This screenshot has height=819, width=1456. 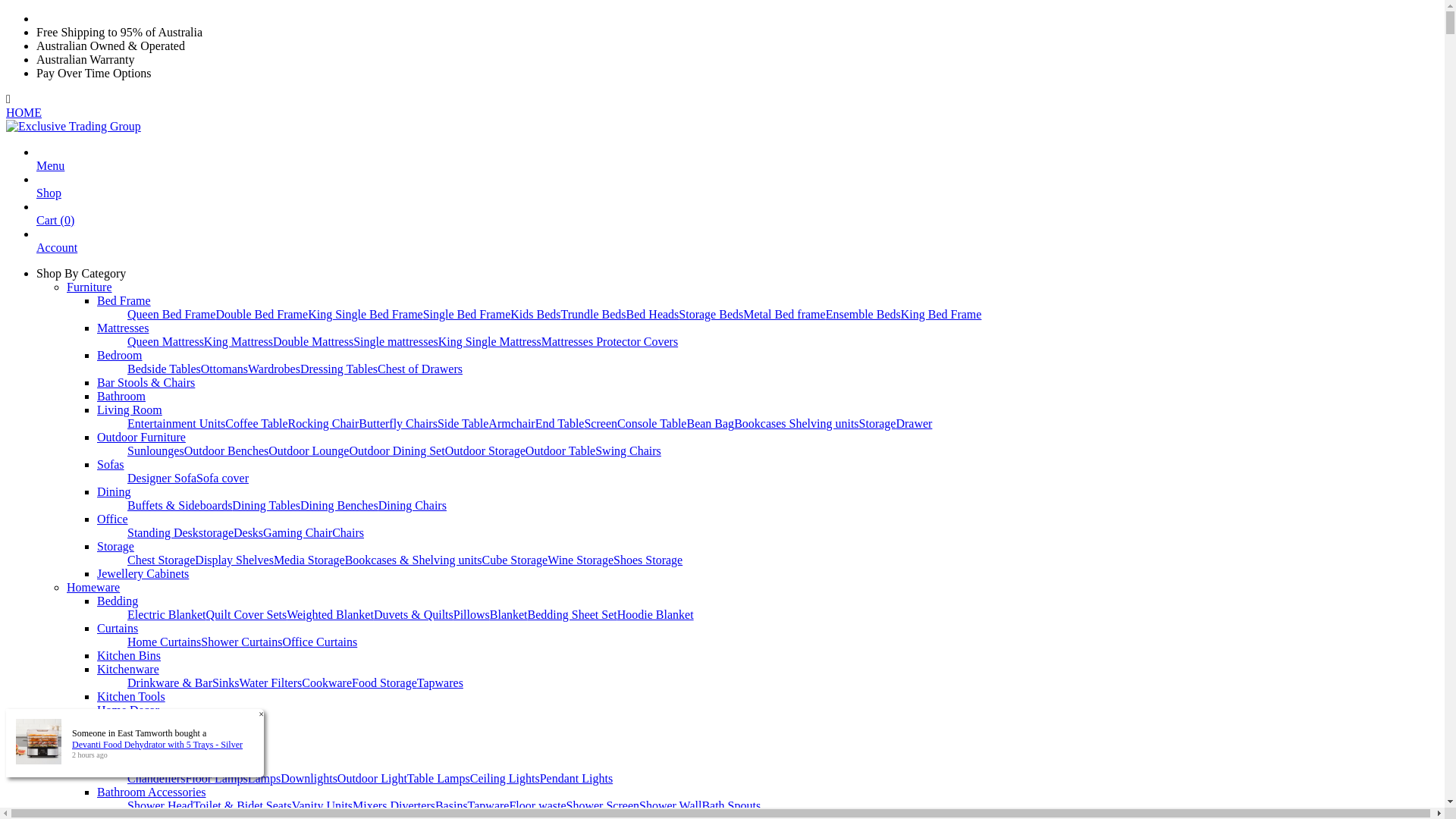 I want to click on 'Home Decor', so click(x=127, y=710).